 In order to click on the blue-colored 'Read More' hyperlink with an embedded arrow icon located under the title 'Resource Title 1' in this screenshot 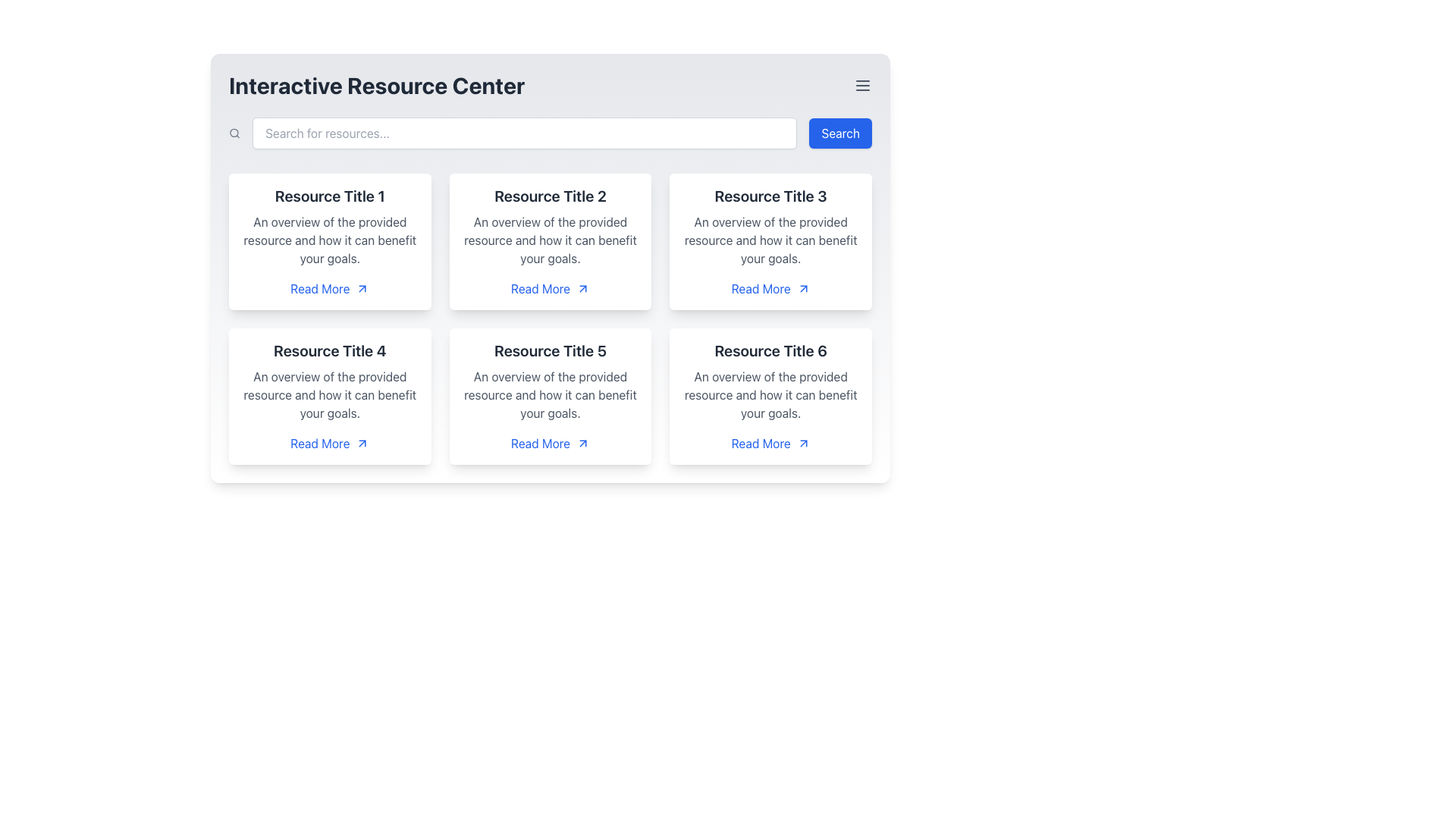, I will do `click(329, 289)`.